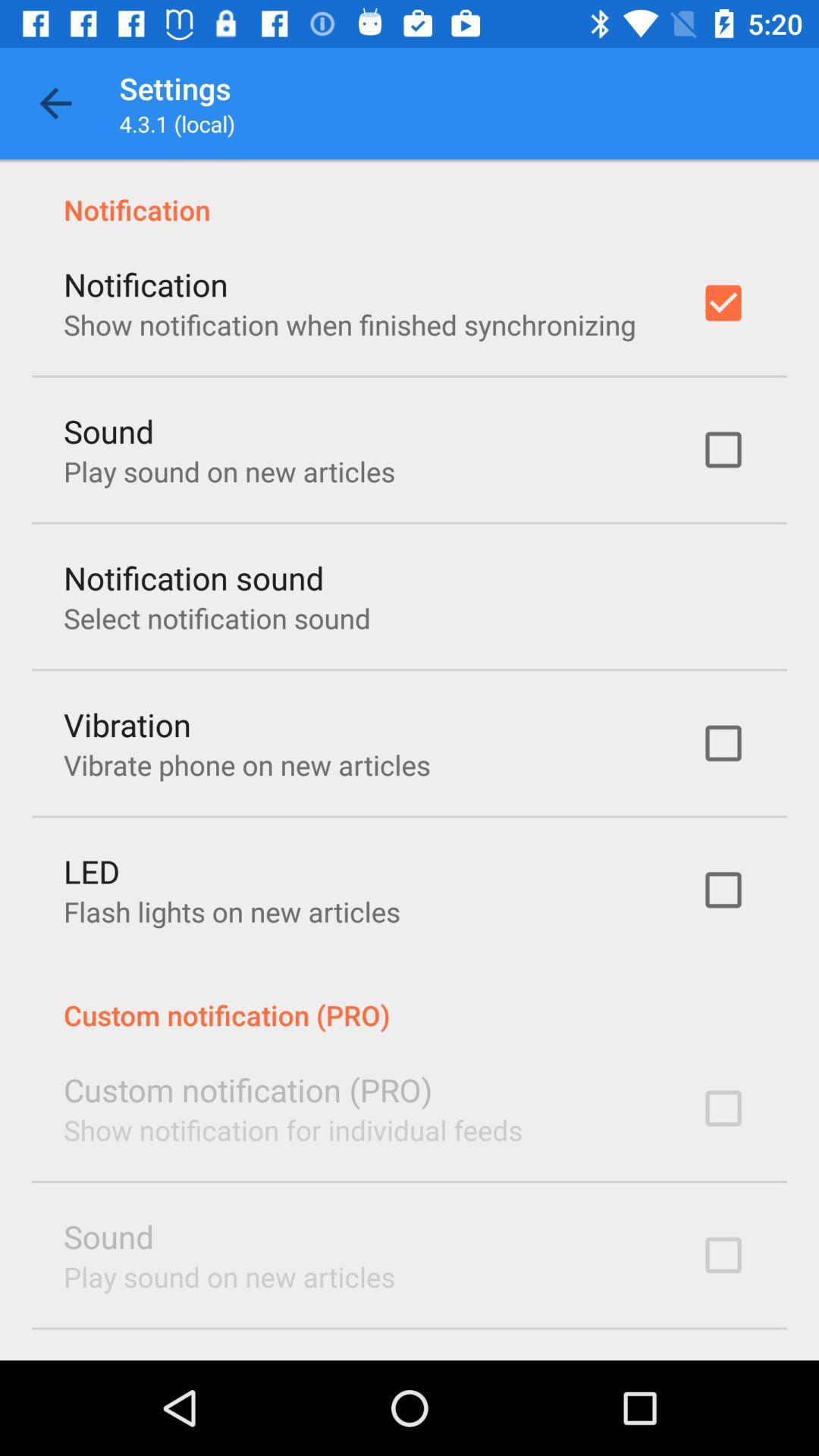  I want to click on the item below the select notification sound, so click(127, 723).